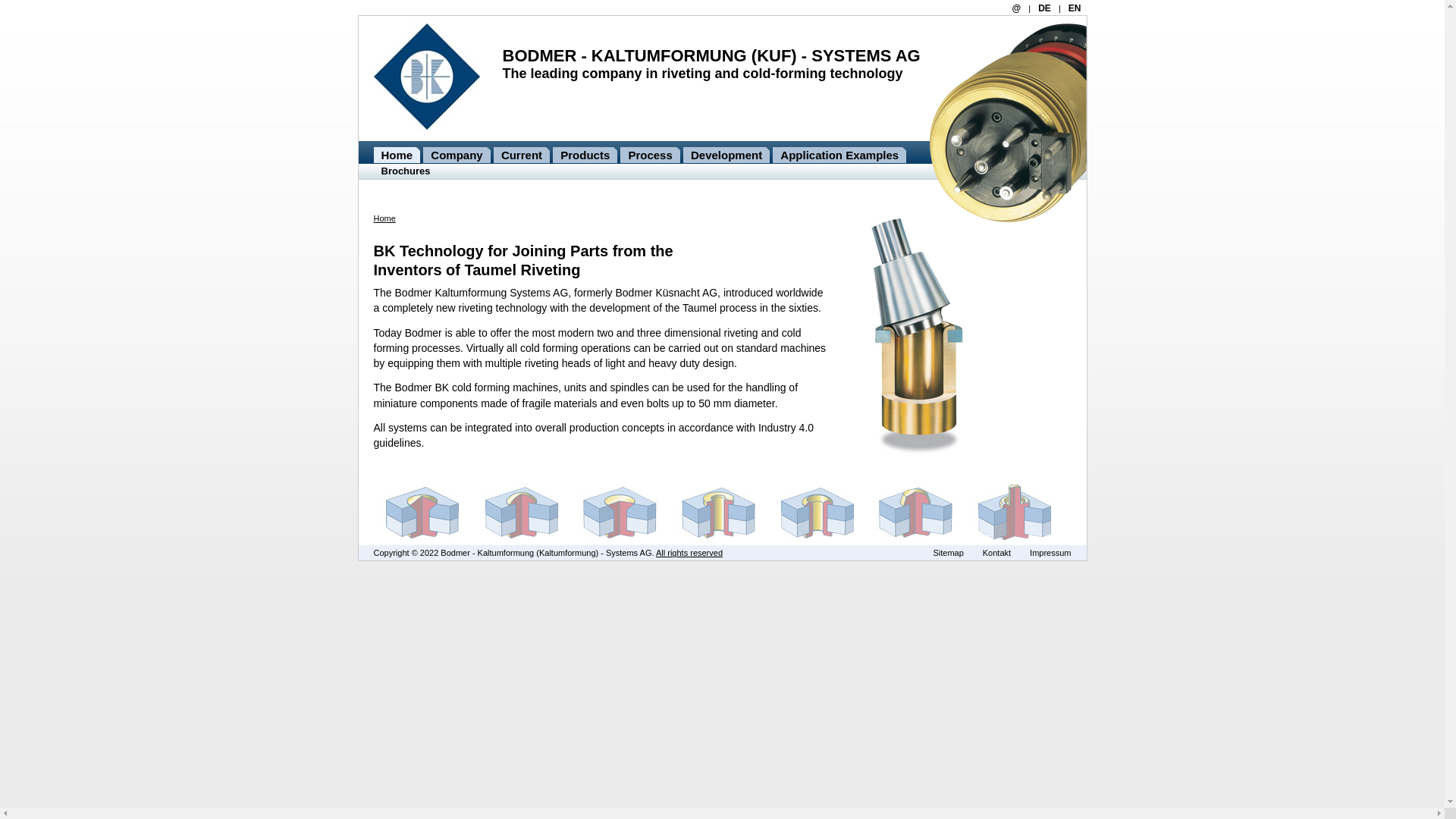 Image resolution: width=1456 pixels, height=819 pixels. What do you see at coordinates (1050, 553) in the screenshot?
I see `'Impressum'` at bounding box center [1050, 553].